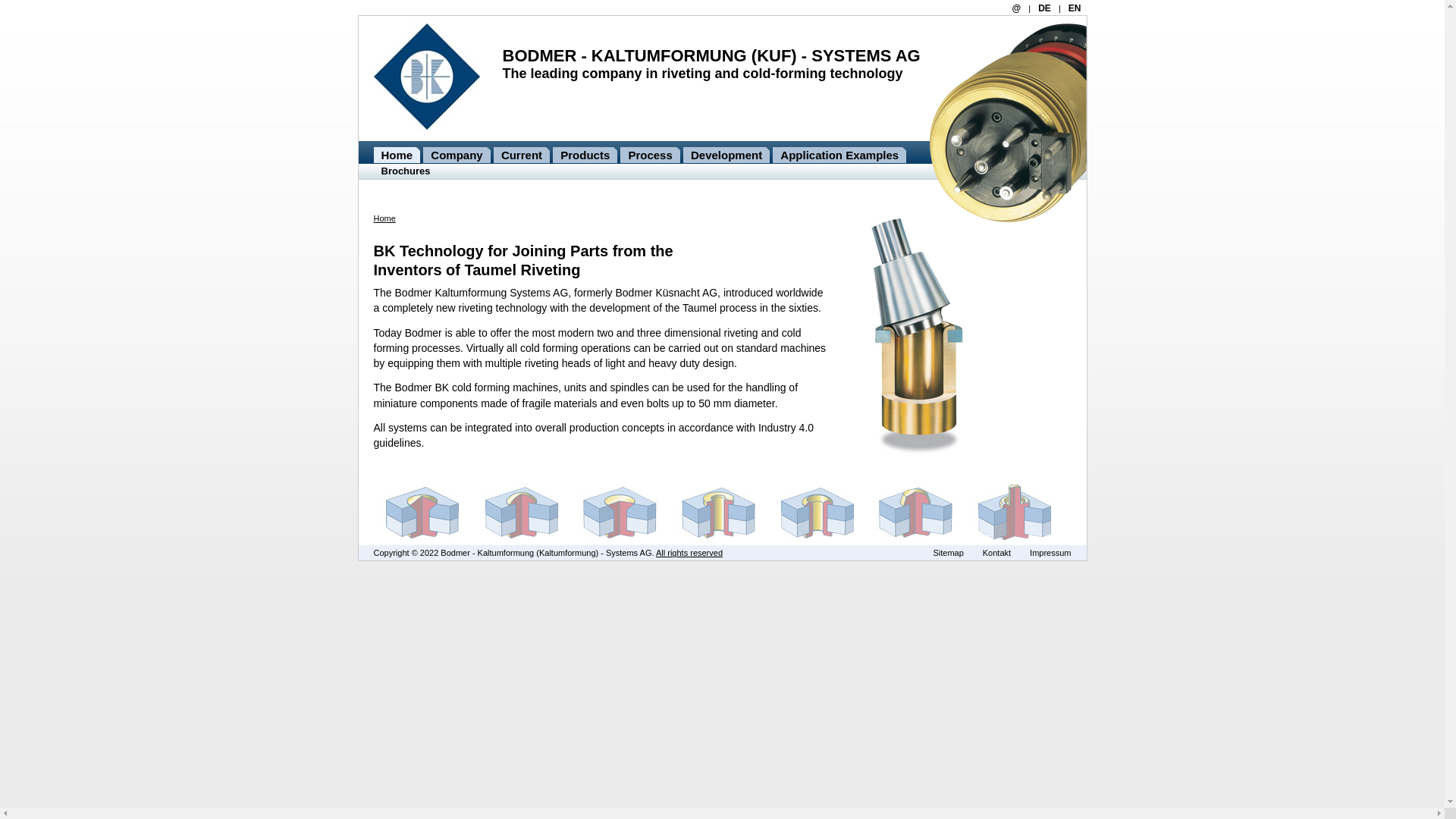 Image resolution: width=1456 pixels, height=819 pixels. What do you see at coordinates (1050, 553) in the screenshot?
I see `'Impressum'` at bounding box center [1050, 553].